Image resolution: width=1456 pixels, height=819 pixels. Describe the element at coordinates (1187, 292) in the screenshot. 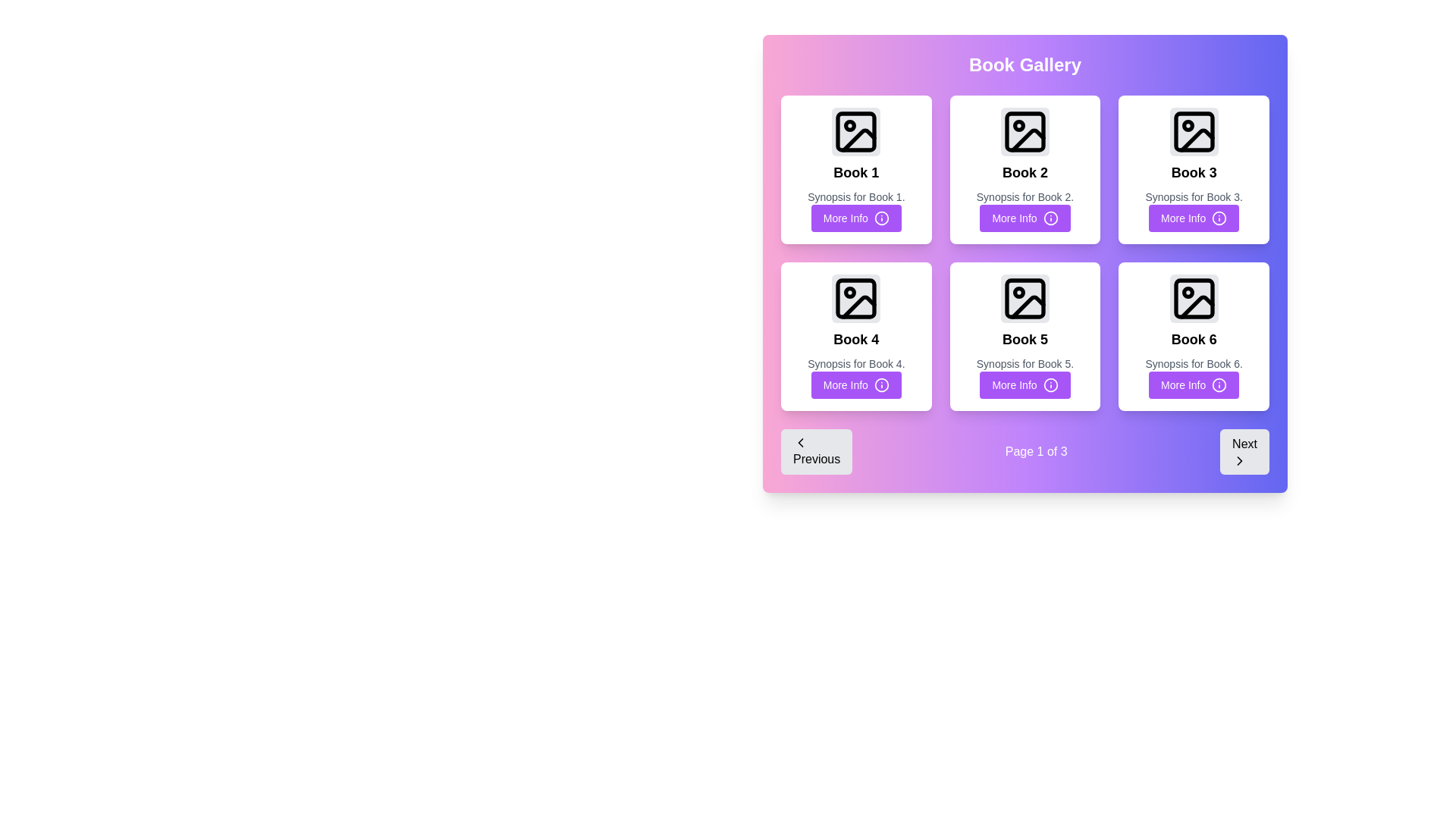

I see `the small circular shape (dot) inside the photo frame of the sixth book card in the gallery grid under the 'Book Gallery' section` at that location.